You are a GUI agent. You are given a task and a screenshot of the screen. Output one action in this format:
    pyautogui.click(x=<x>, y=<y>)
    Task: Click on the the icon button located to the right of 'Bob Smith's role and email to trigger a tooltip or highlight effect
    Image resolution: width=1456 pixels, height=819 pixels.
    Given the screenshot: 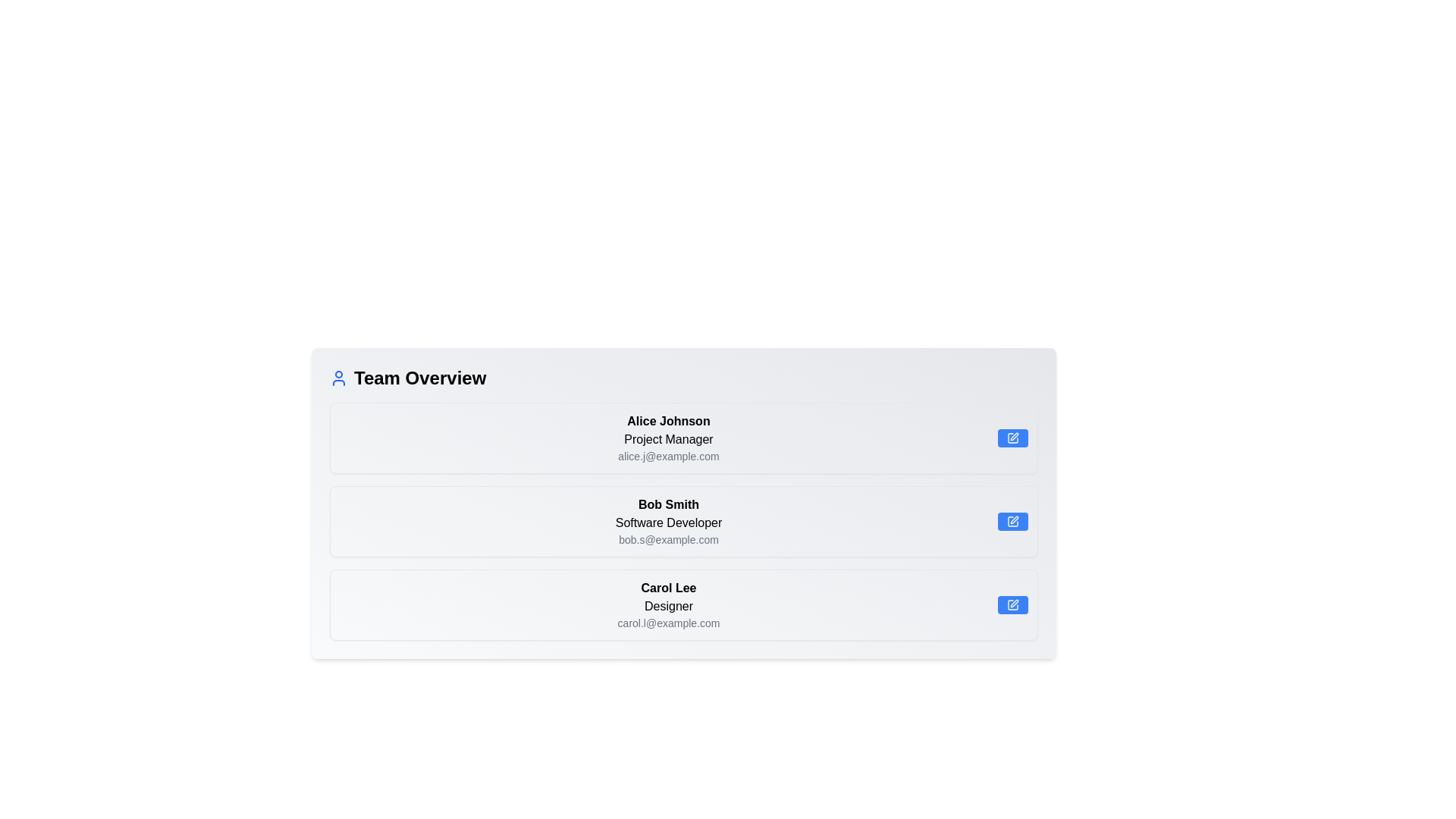 What is the action you would take?
    pyautogui.click(x=1015, y=519)
    